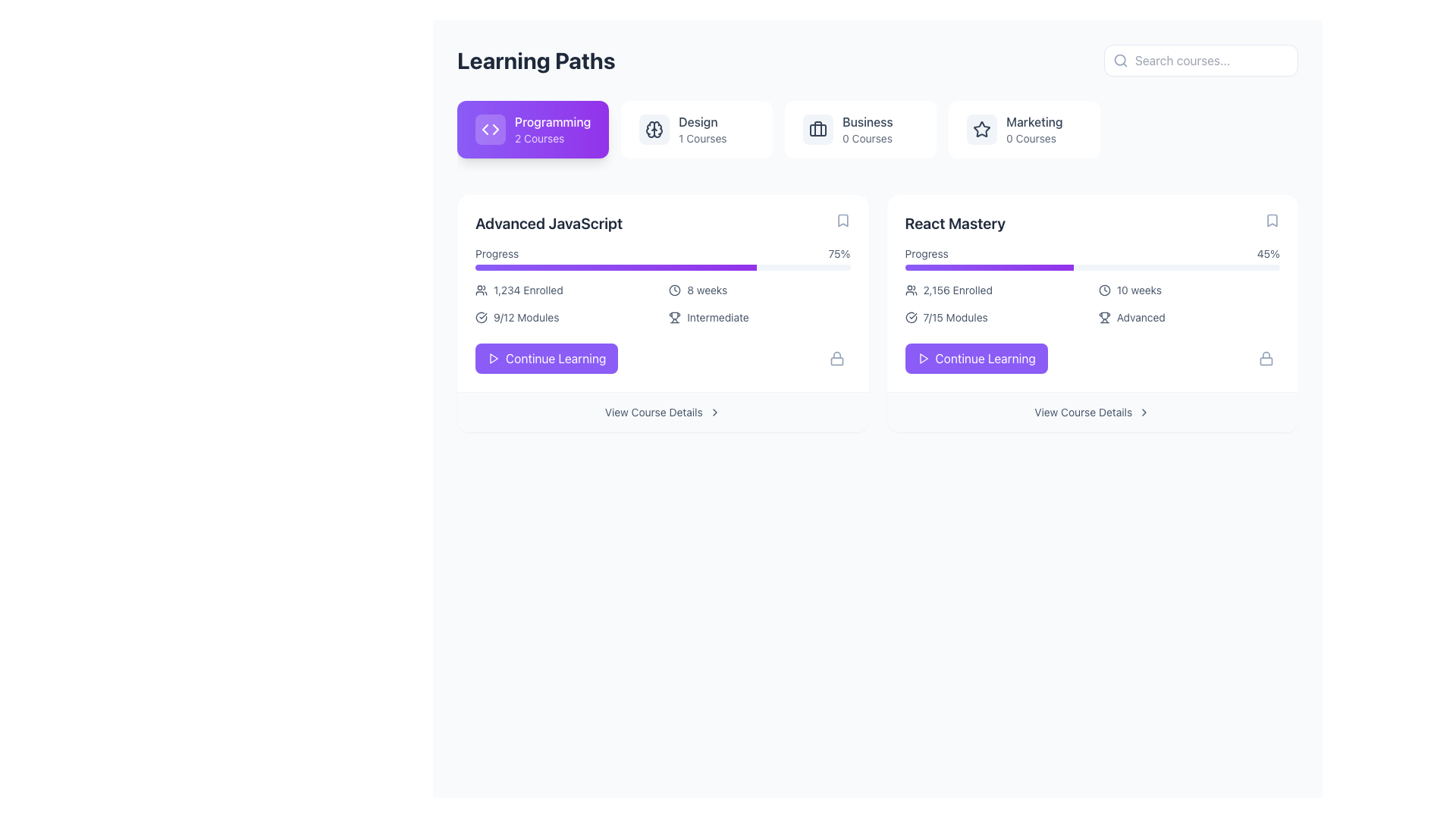  I want to click on the 'Programming' title element located in the top-left segment of the interface, which is part of a purple clickable block labeled 'Programming 2 Courses', so click(552, 121).